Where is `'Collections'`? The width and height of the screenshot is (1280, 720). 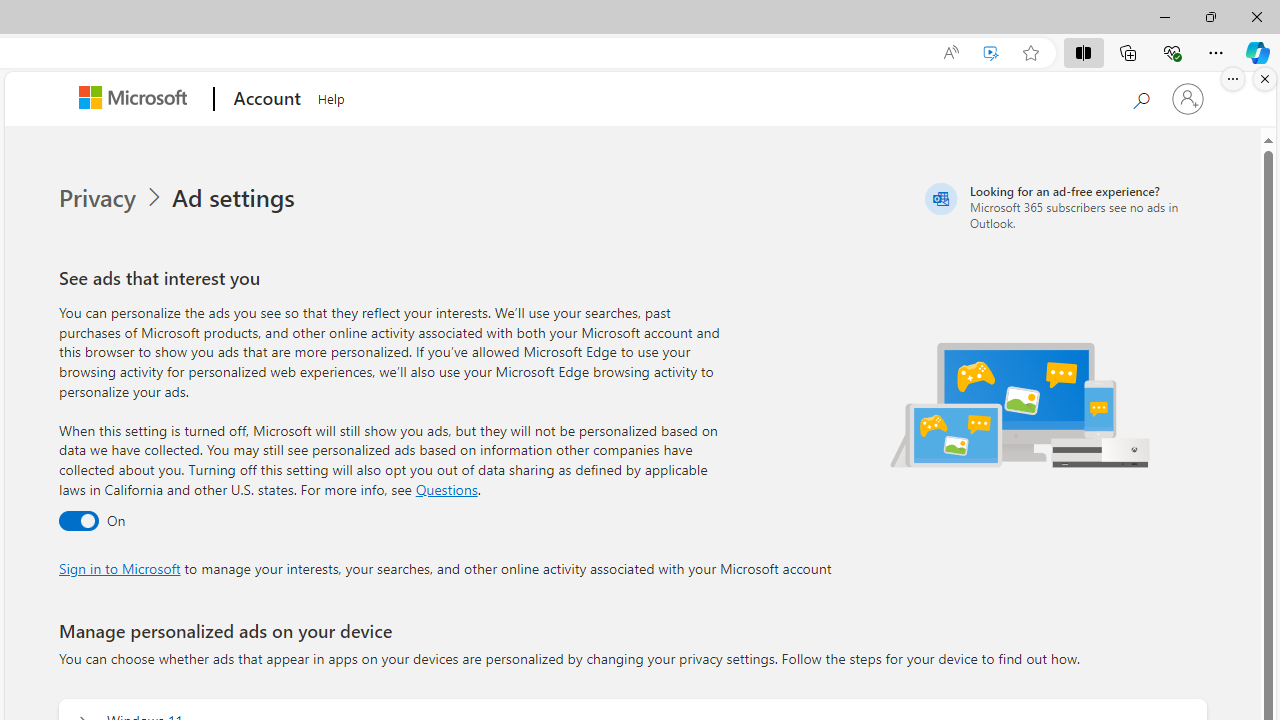 'Collections' is located at coordinates (1128, 51).